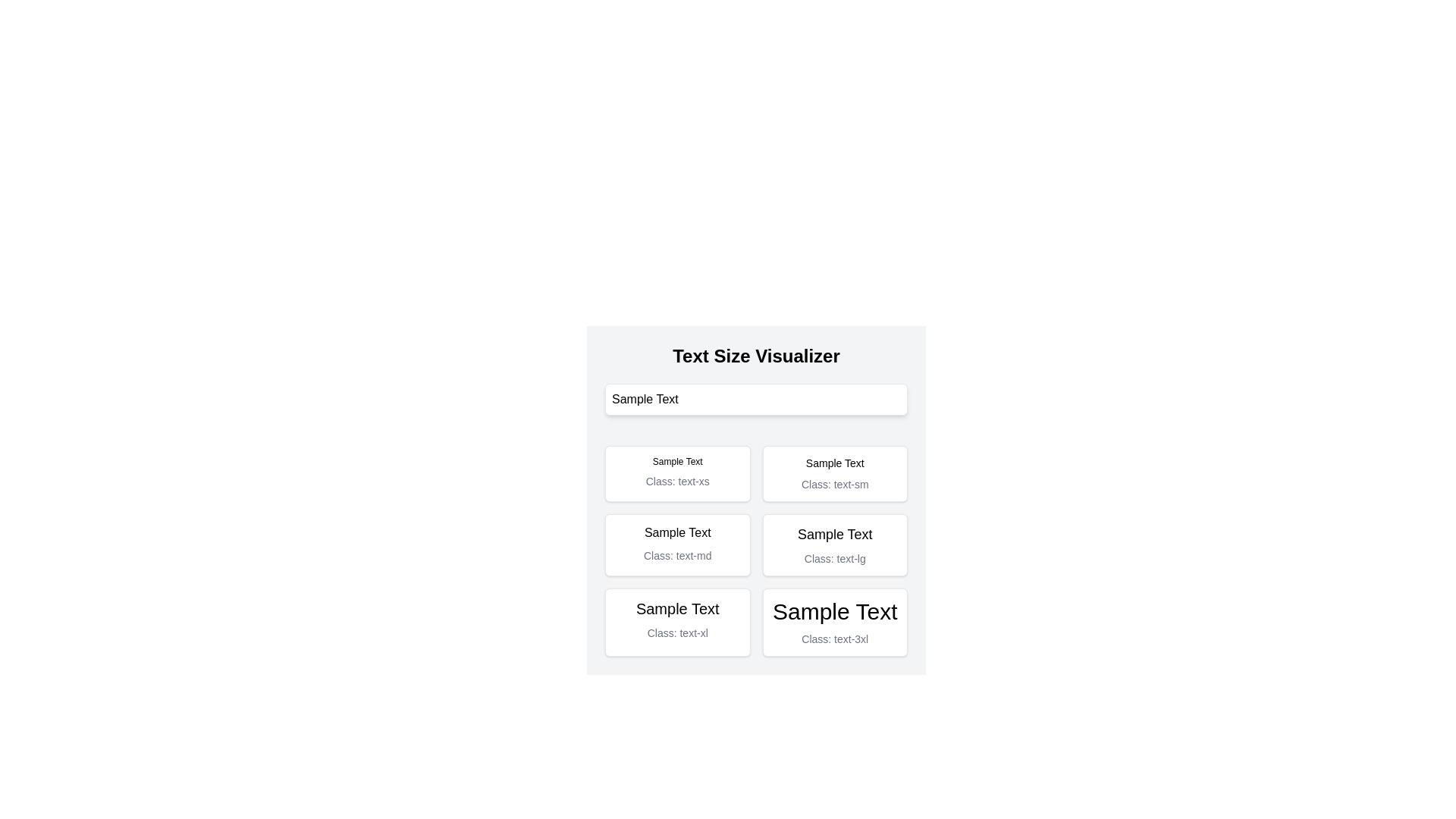 This screenshot has height=819, width=1456. Describe the element at coordinates (834, 485) in the screenshot. I see `text from the Text label located in the second row, second column of the grid layout, positioned below the sibling element displaying 'Sample Text'` at that location.